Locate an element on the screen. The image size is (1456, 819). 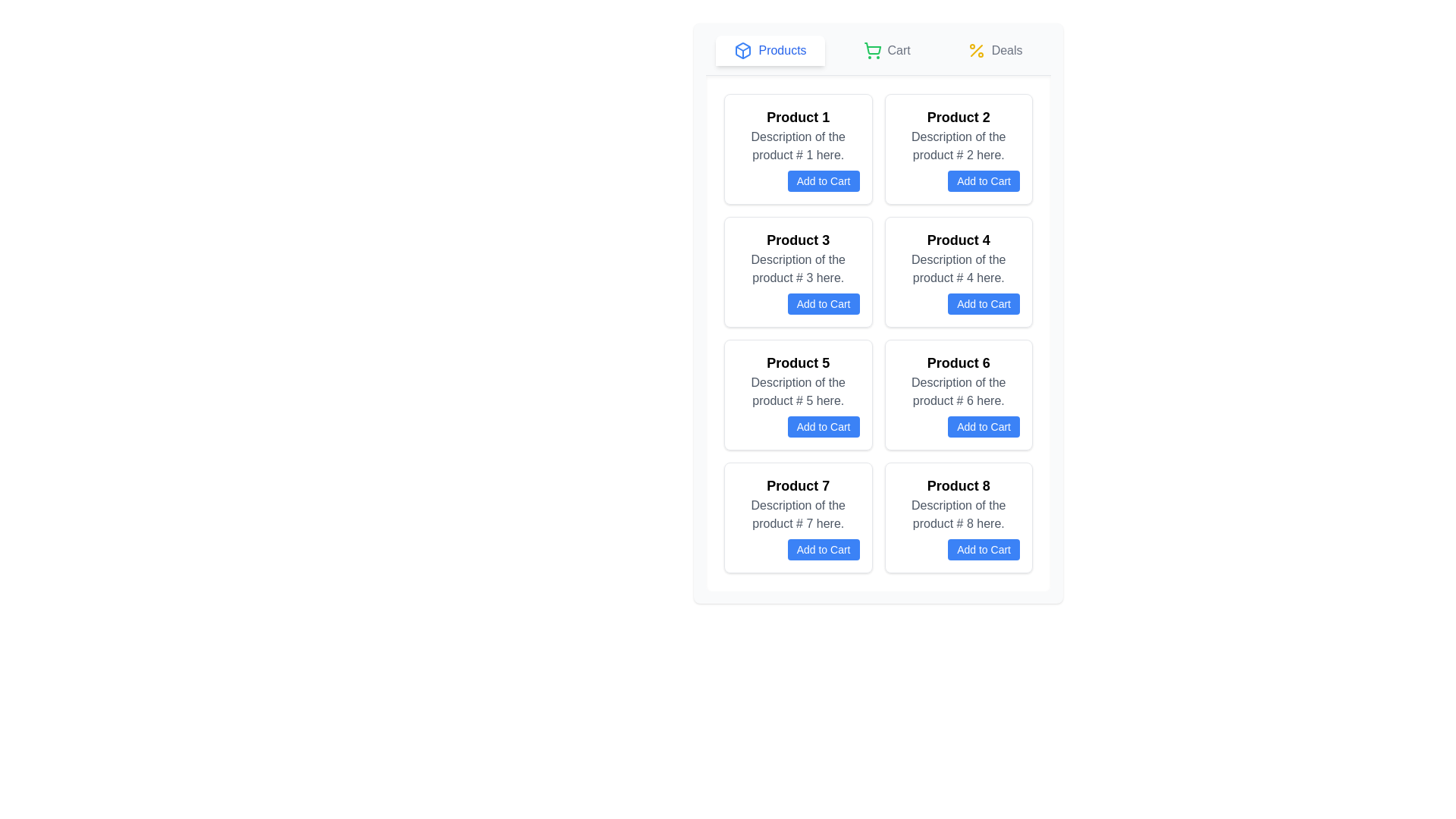
the 'Add to Cart' button with a blue background and white text located at the bottom-right part of the card for 'Product 6' is located at coordinates (958, 427).